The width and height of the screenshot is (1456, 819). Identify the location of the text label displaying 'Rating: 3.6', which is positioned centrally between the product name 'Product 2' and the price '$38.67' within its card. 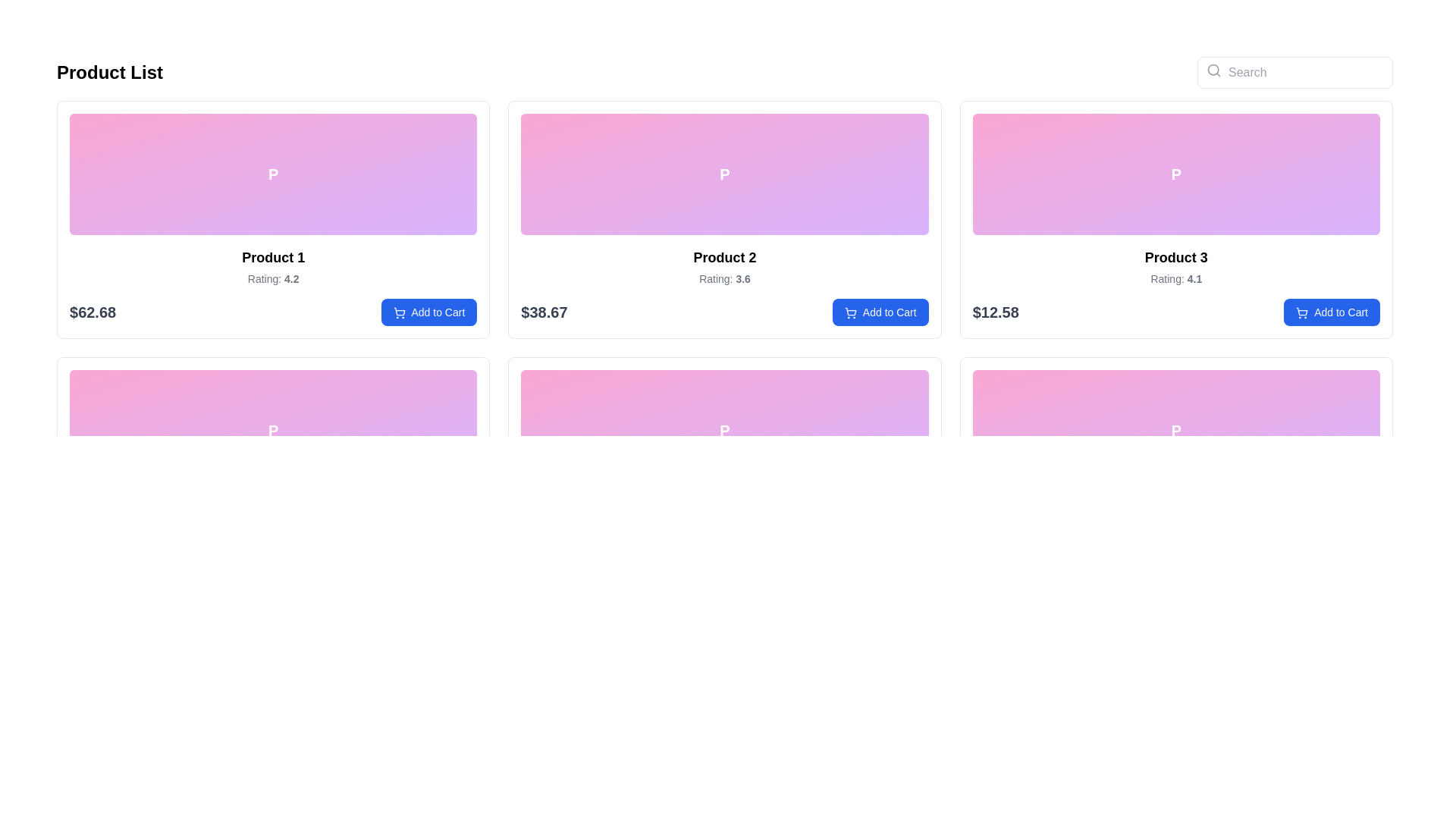
(723, 278).